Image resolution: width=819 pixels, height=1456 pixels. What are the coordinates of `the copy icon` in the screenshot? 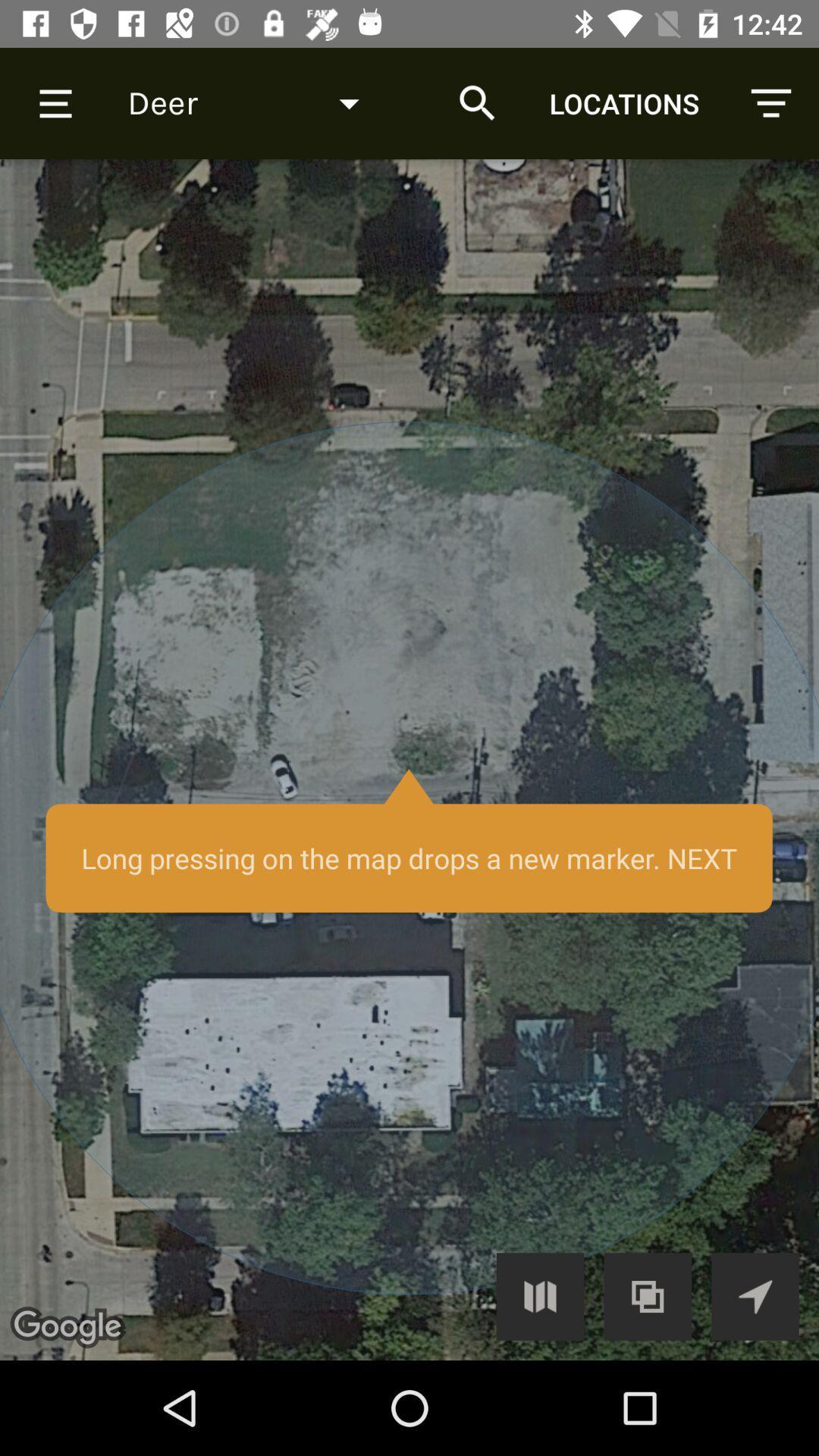 It's located at (648, 1295).